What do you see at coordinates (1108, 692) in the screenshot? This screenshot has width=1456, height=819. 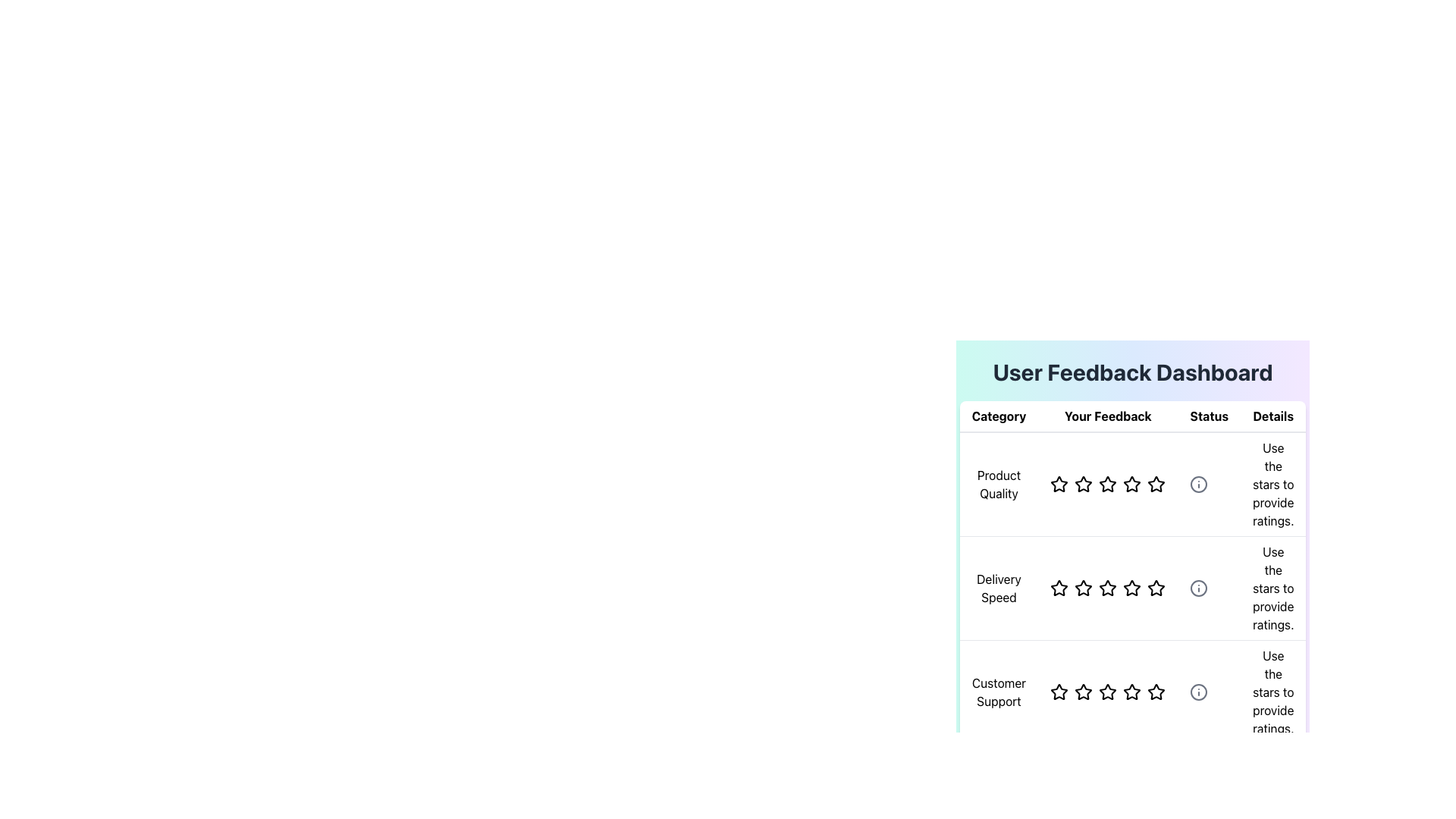 I see `the third star icon for the 'Customer Support' rating under the 'Your Feedback' section to set a rating` at bounding box center [1108, 692].